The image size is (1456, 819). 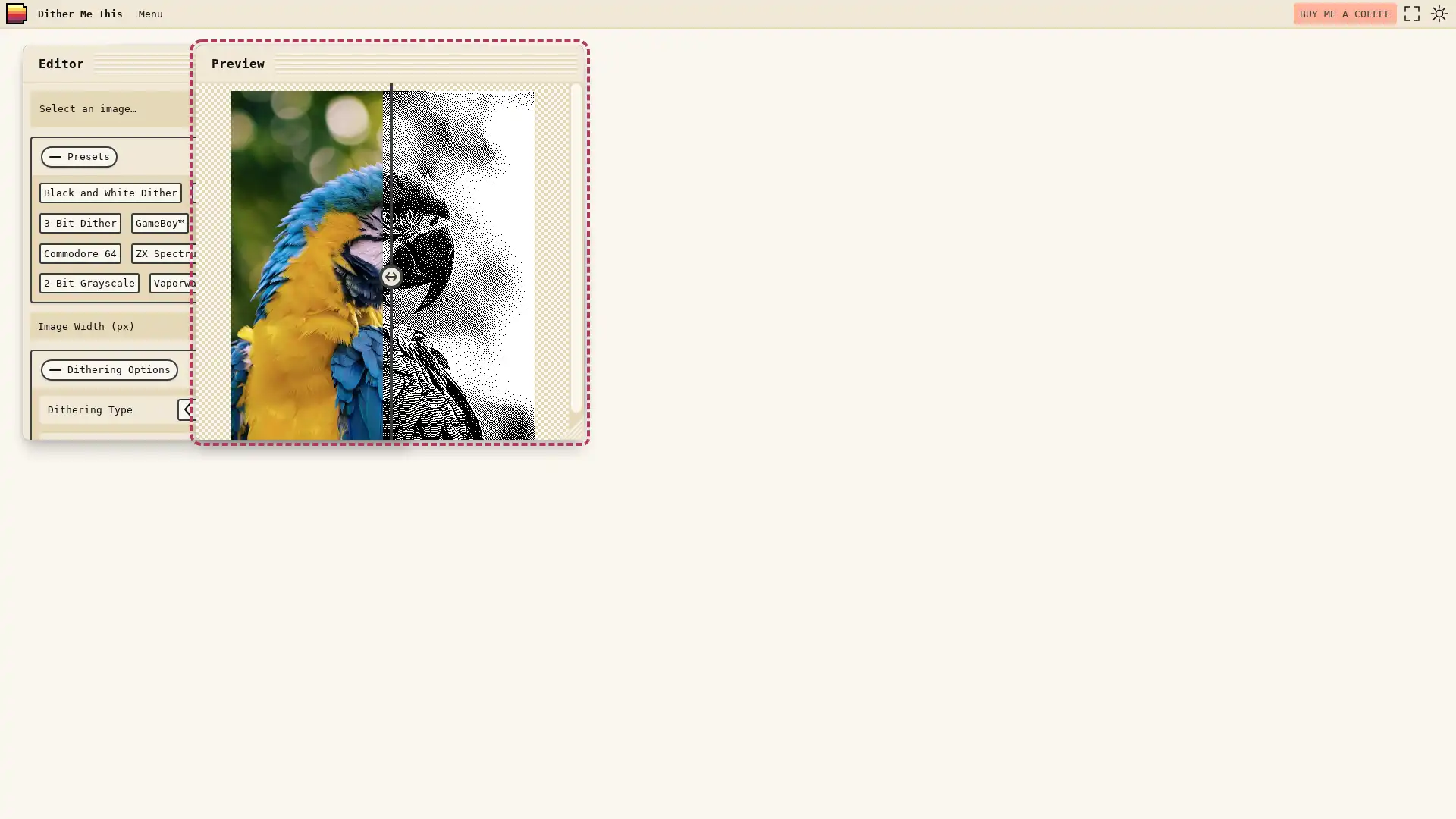 What do you see at coordinates (309, 192) in the screenshot?
I see `CMYK Dither` at bounding box center [309, 192].